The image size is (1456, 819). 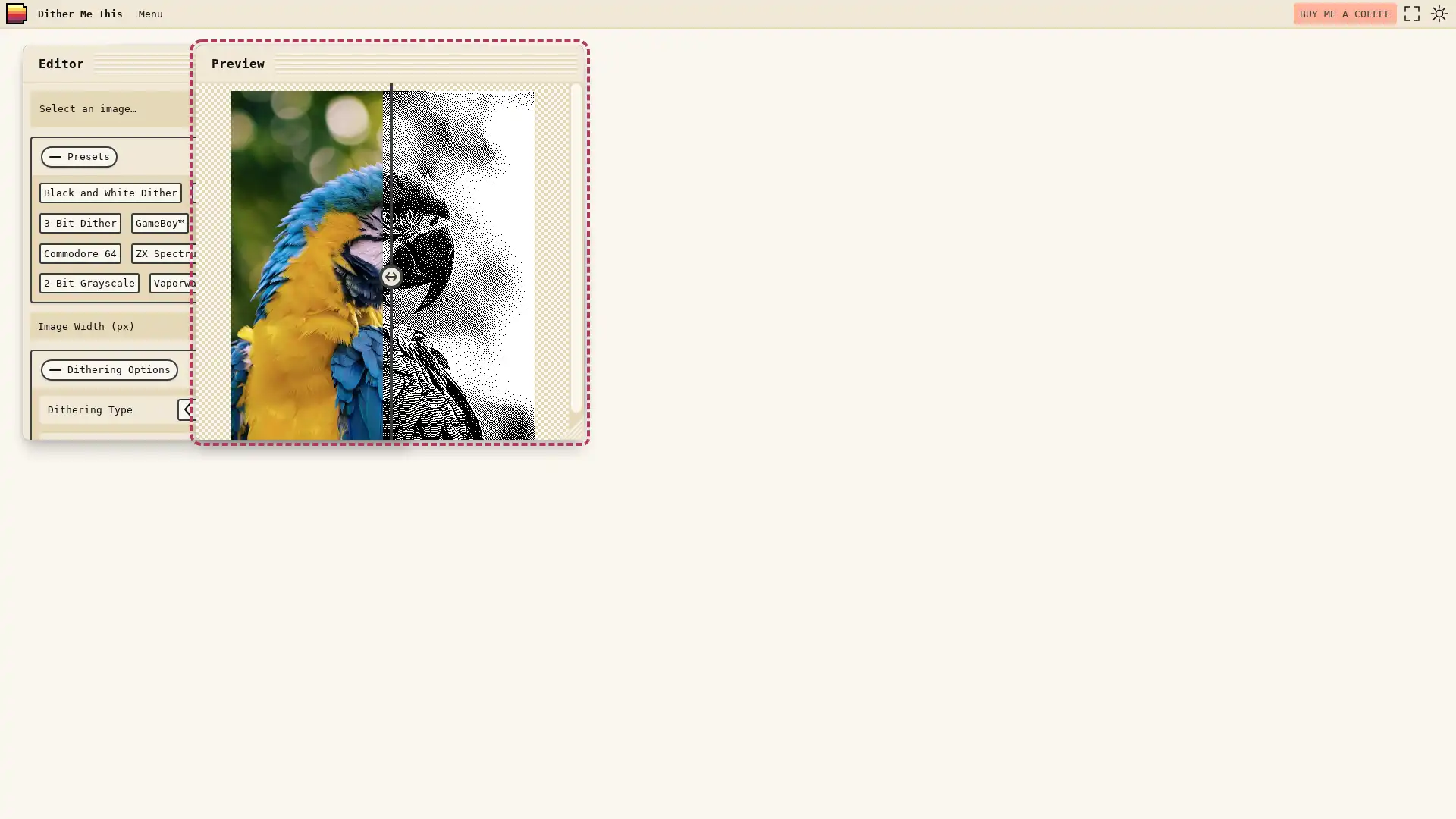 What do you see at coordinates (309, 192) in the screenshot?
I see `CMYK Dither` at bounding box center [309, 192].